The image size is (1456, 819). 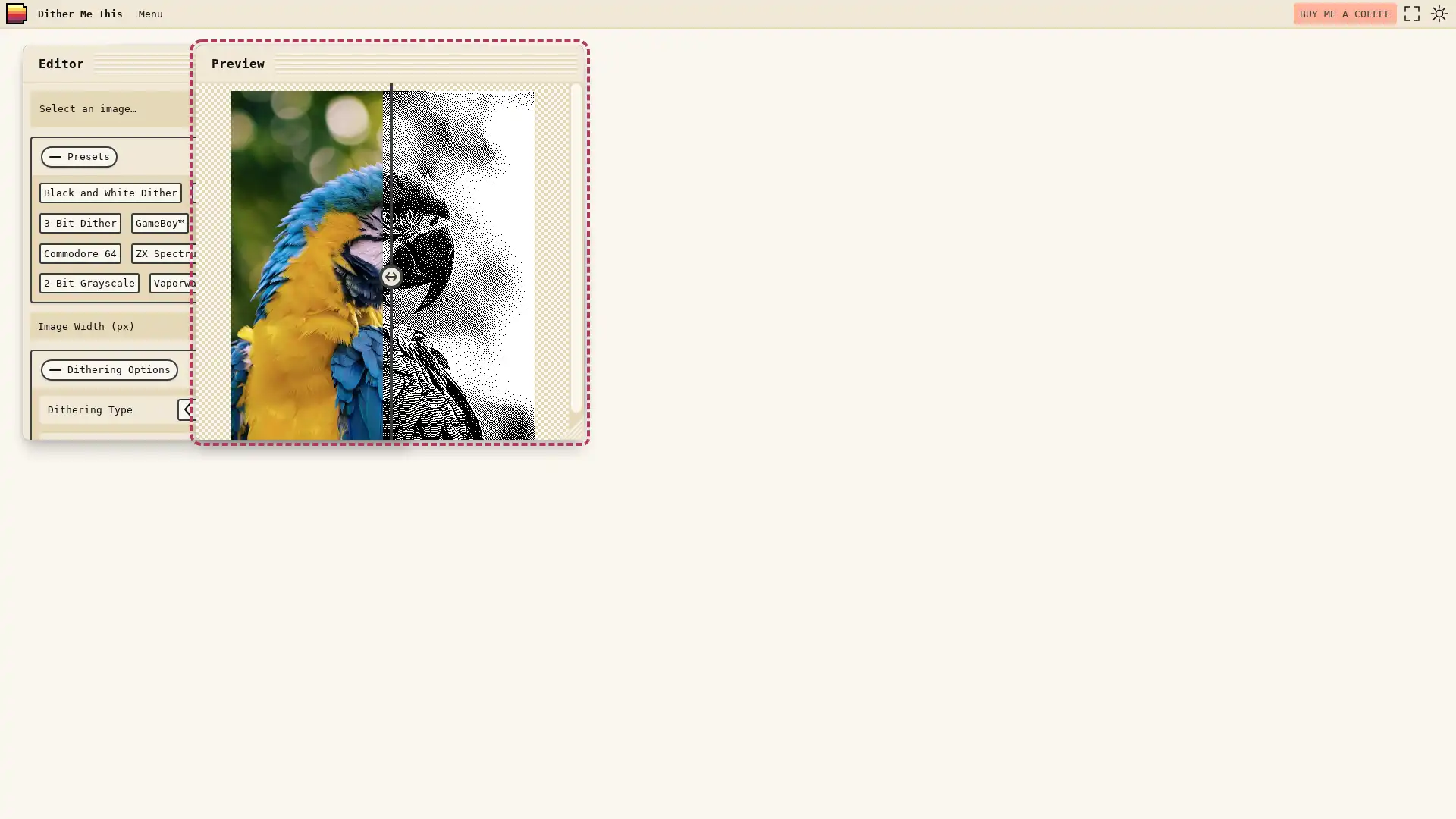 What do you see at coordinates (309, 192) in the screenshot?
I see `CMYK Dither` at bounding box center [309, 192].